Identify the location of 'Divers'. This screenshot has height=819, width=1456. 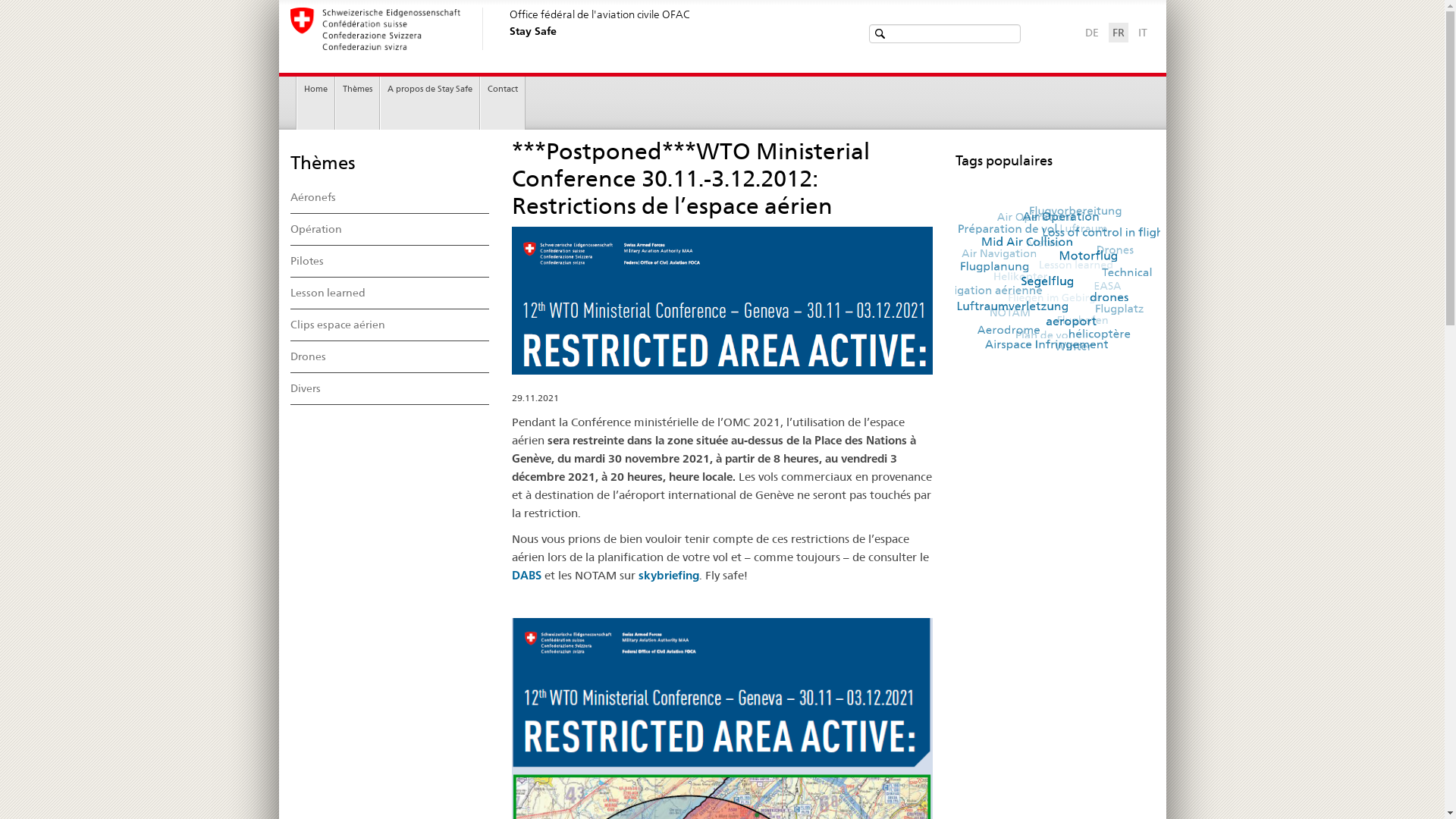
(389, 388).